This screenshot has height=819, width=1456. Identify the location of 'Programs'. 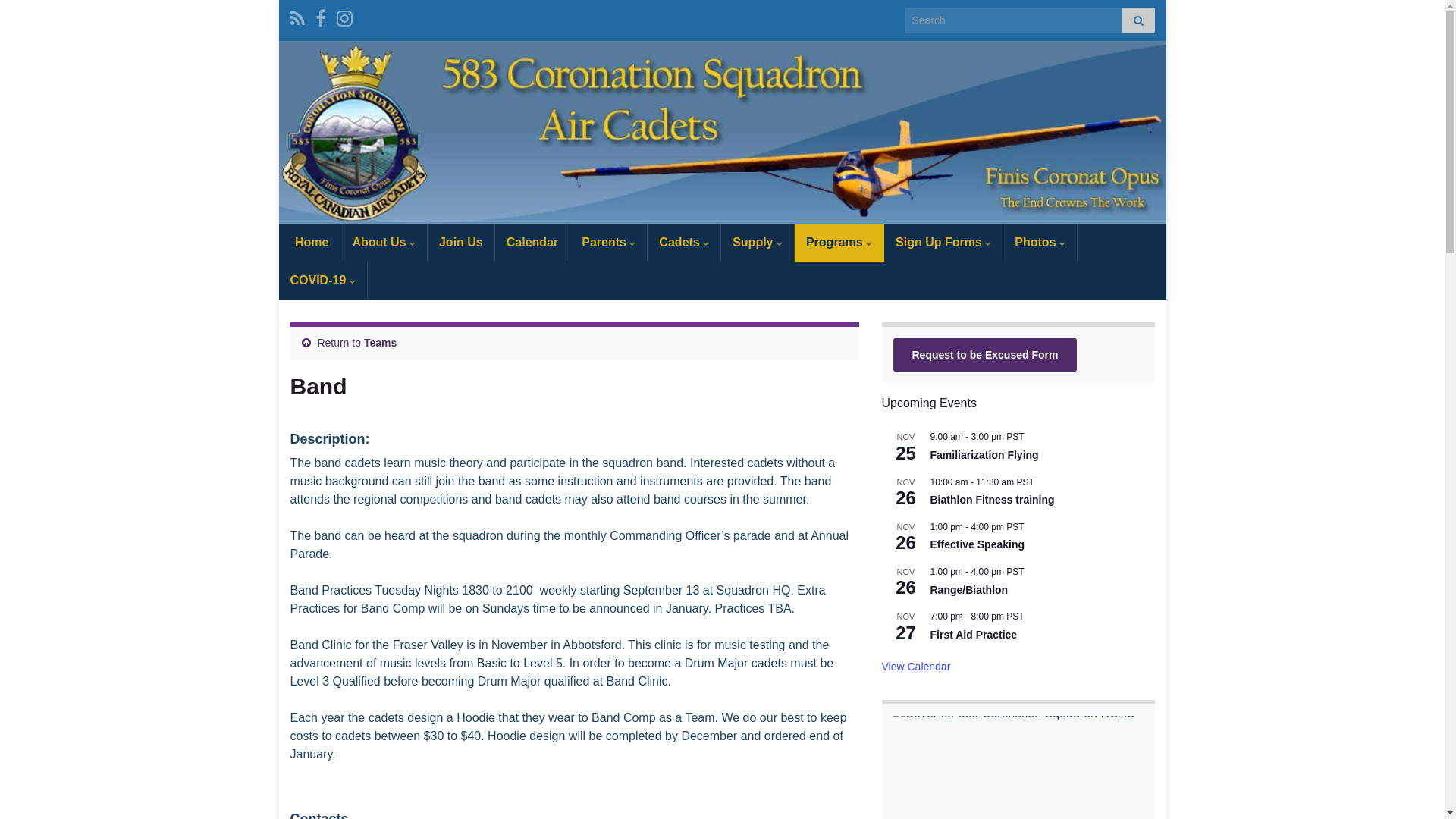
(793, 242).